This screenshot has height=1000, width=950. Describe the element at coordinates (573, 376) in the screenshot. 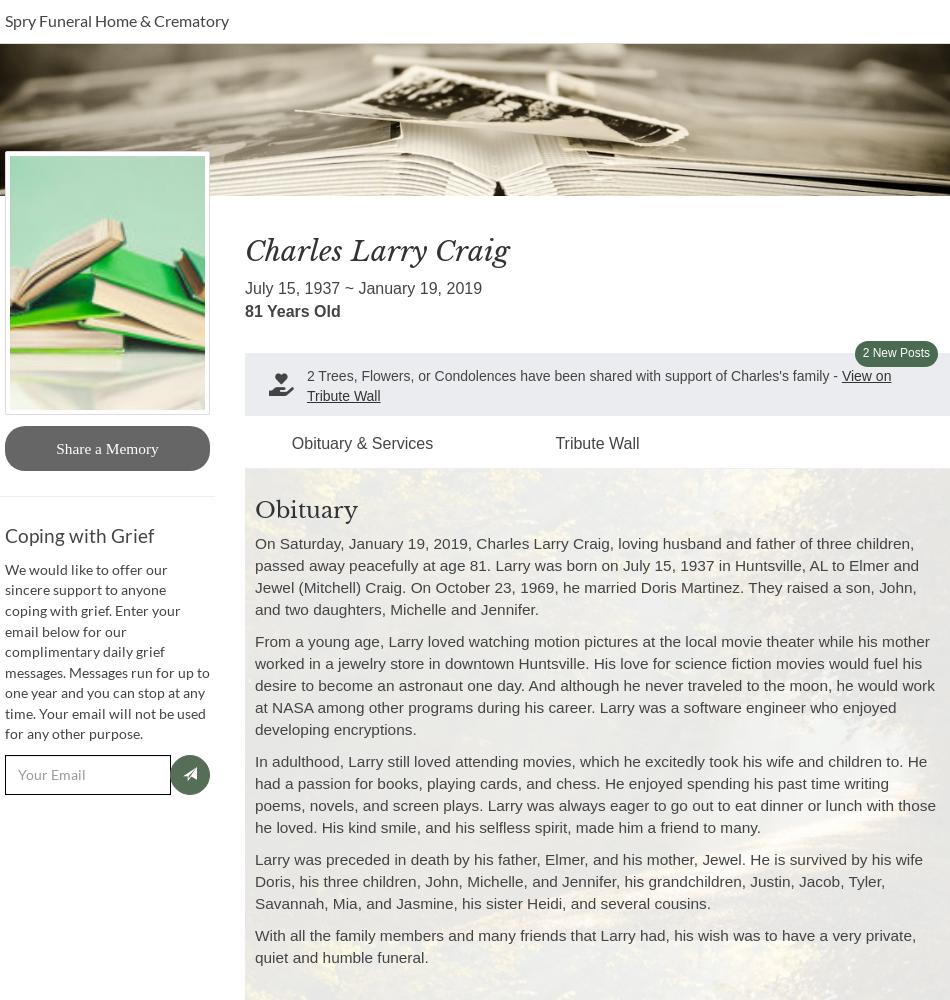

I see `'2 Trees, Flowers, or Condolences have been shared with support of Charles's family -'` at that location.